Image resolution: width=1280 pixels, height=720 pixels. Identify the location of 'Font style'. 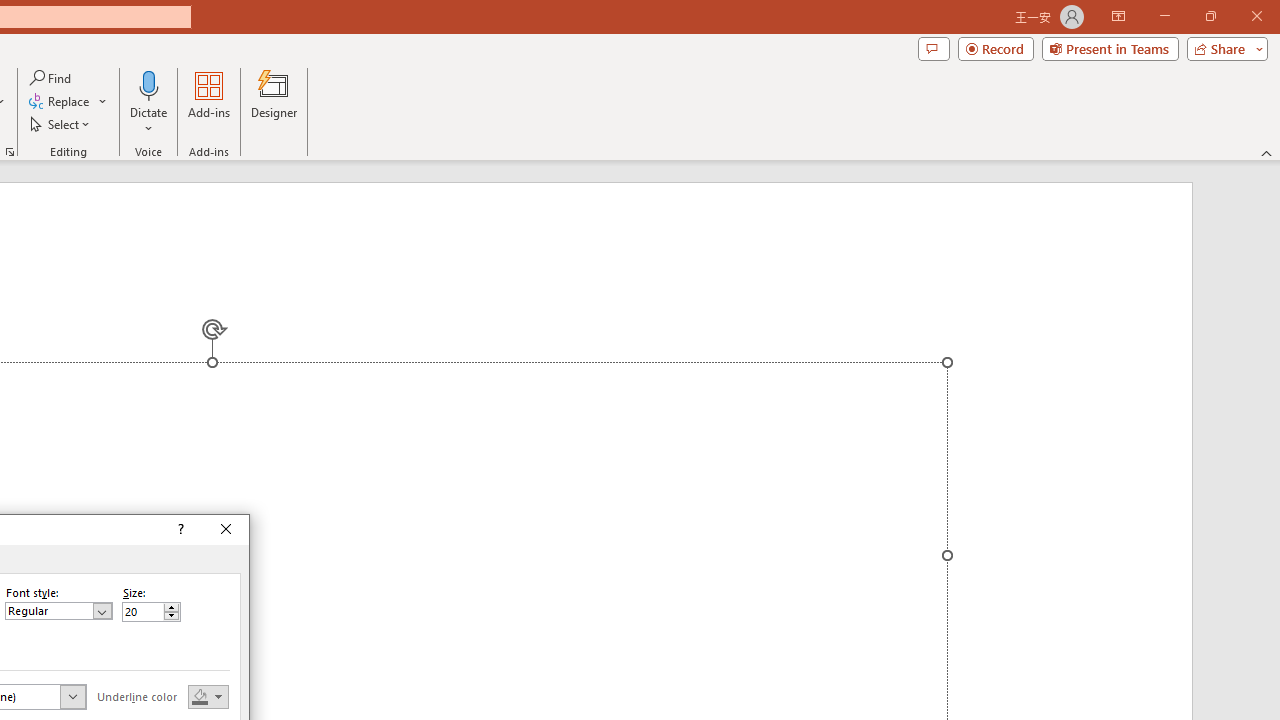
(58, 609).